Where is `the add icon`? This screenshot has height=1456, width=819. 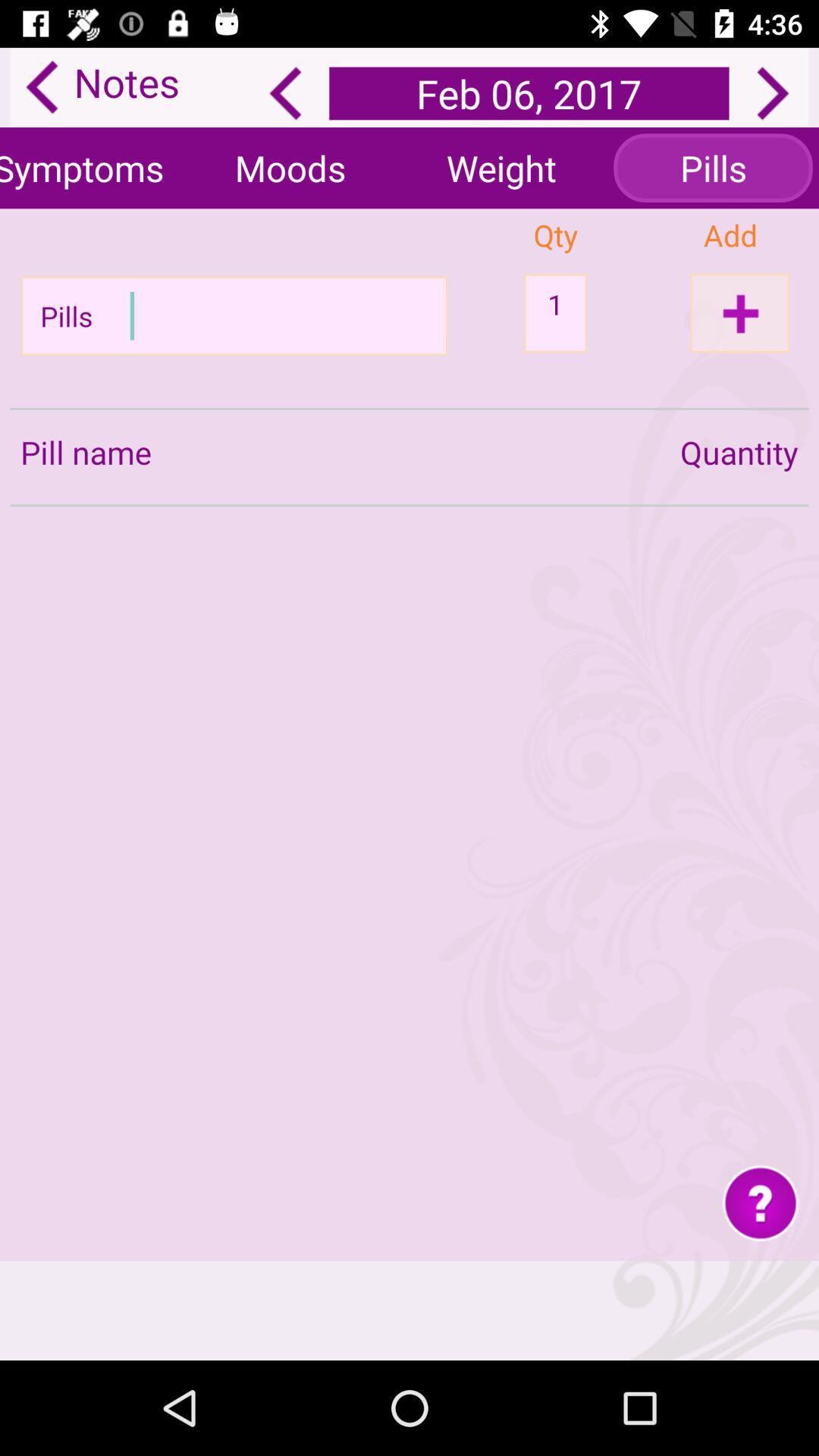 the add icon is located at coordinates (739, 312).